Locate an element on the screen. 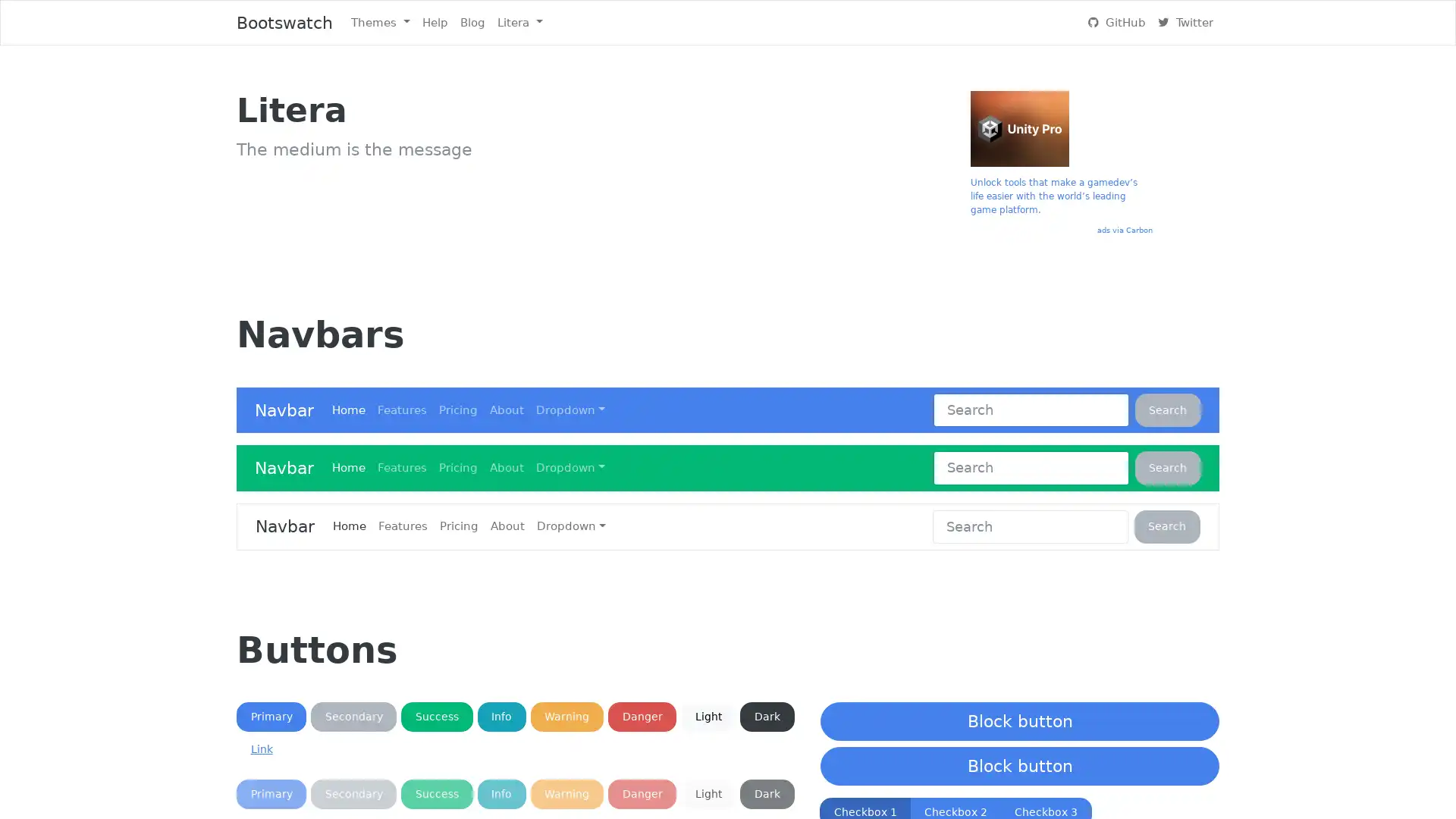 This screenshot has height=819, width=1456. Secondary is located at coordinates (353, 717).